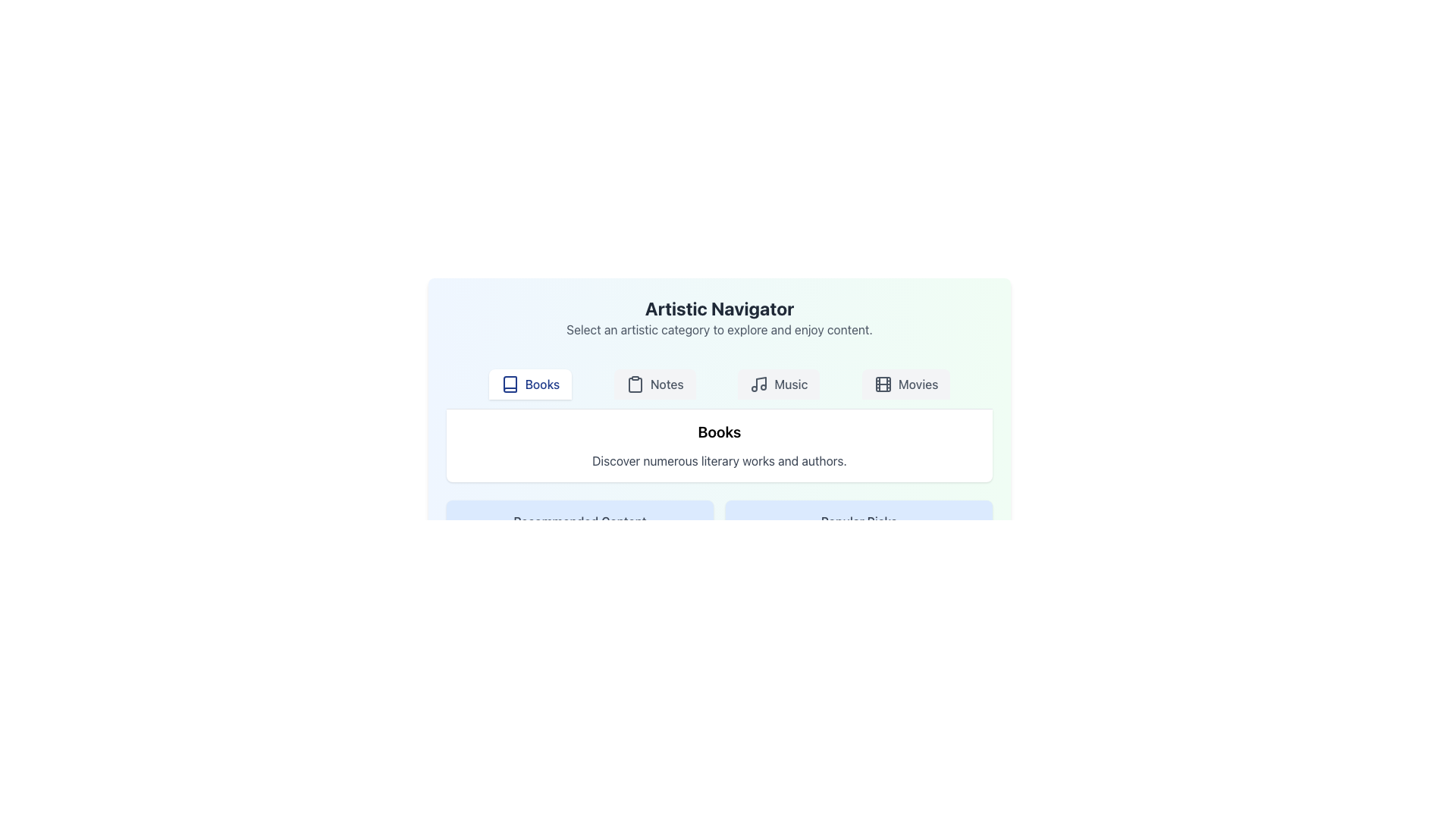 The image size is (1456, 819). What do you see at coordinates (858, 520) in the screenshot?
I see `the 'Popular Picks' text label located in the bottom-right corner of the interface, if it is interactive` at bounding box center [858, 520].